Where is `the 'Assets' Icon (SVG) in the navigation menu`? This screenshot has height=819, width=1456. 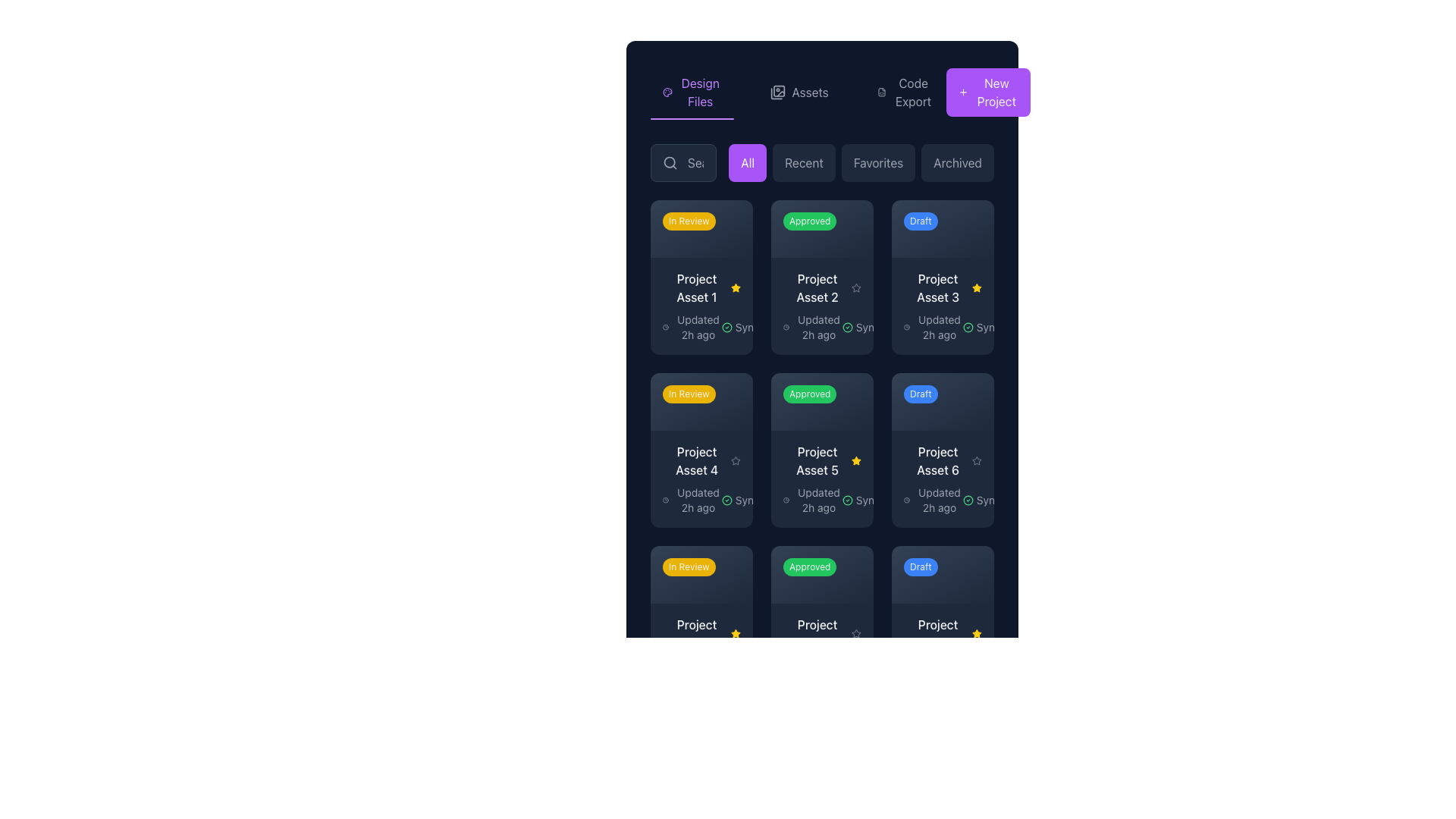 the 'Assets' Icon (SVG) in the navigation menu is located at coordinates (778, 93).